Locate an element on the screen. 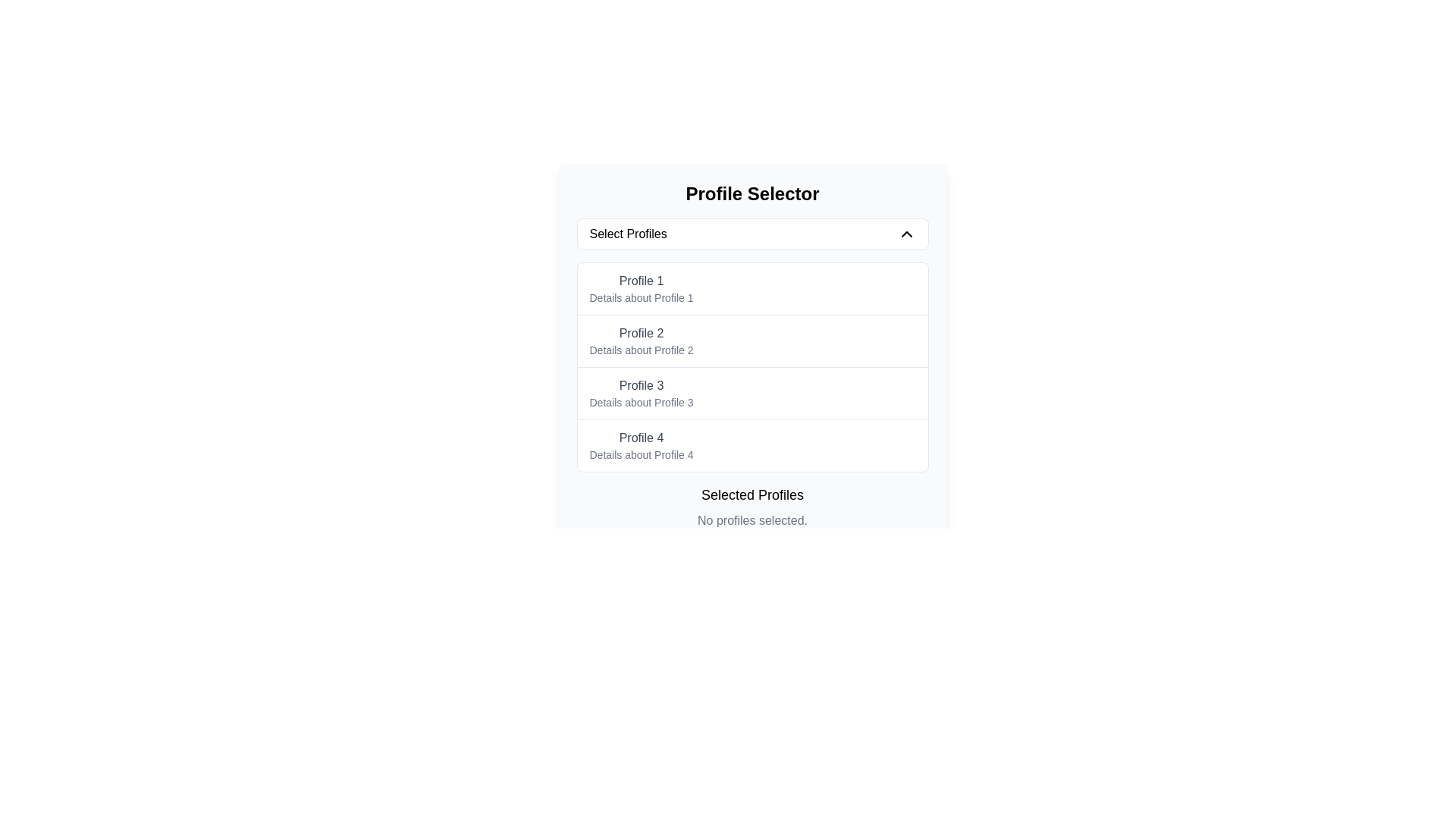 This screenshot has width=1456, height=819. the static text label displaying 'Profile 4', which is styled in medium gray and bold, positioned above the 'Details about Profile 4' text in the Profile Selector modal is located at coordinates (641, 438).